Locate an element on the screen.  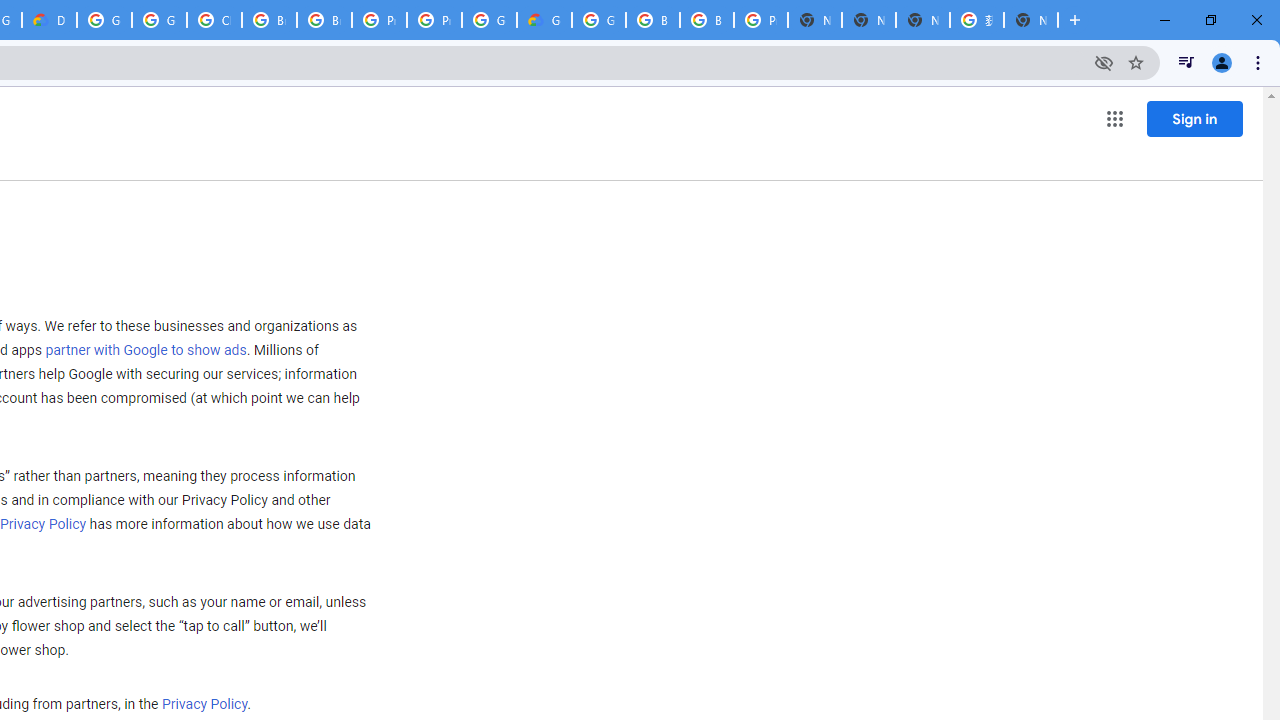
'Google Cloud Estimate Summary' is located at coordinates (544, 20).